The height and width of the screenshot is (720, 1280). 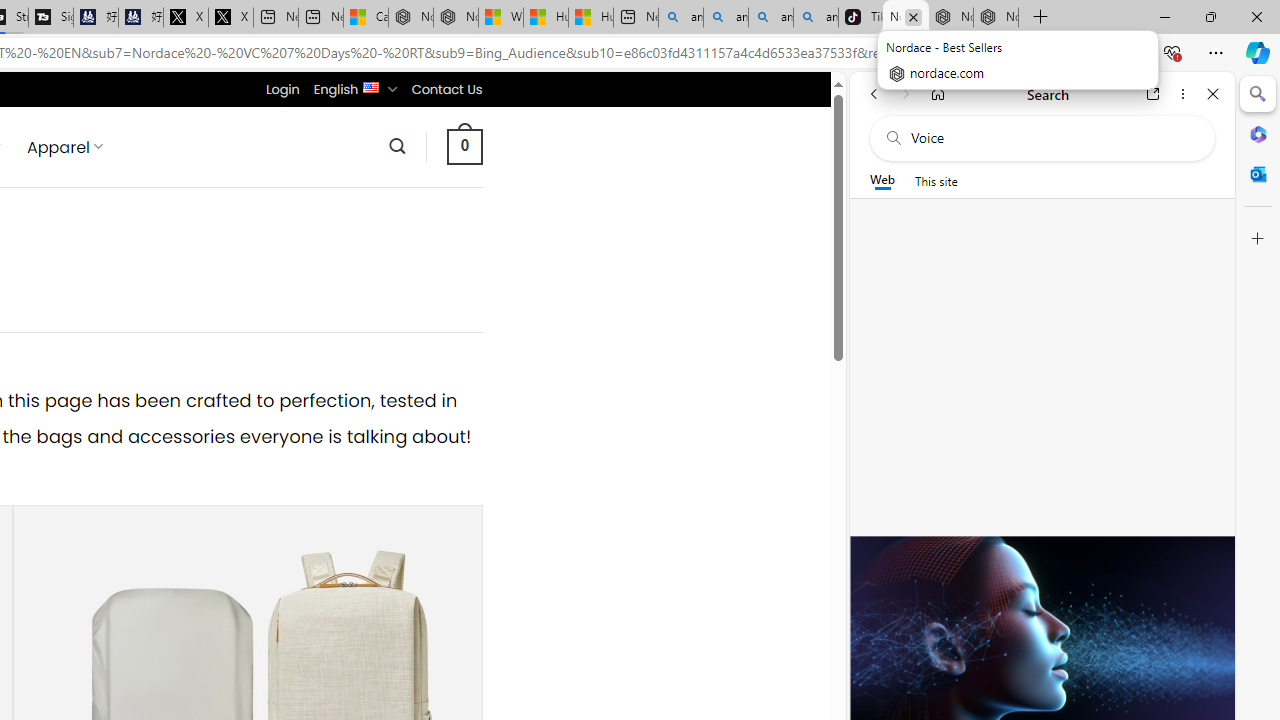 What do you see at coordinates (950, 52) in the screenshot?
I see `'This site has coupons! Shopping in Microsoft Edge'` at bounding box center [950, 52].